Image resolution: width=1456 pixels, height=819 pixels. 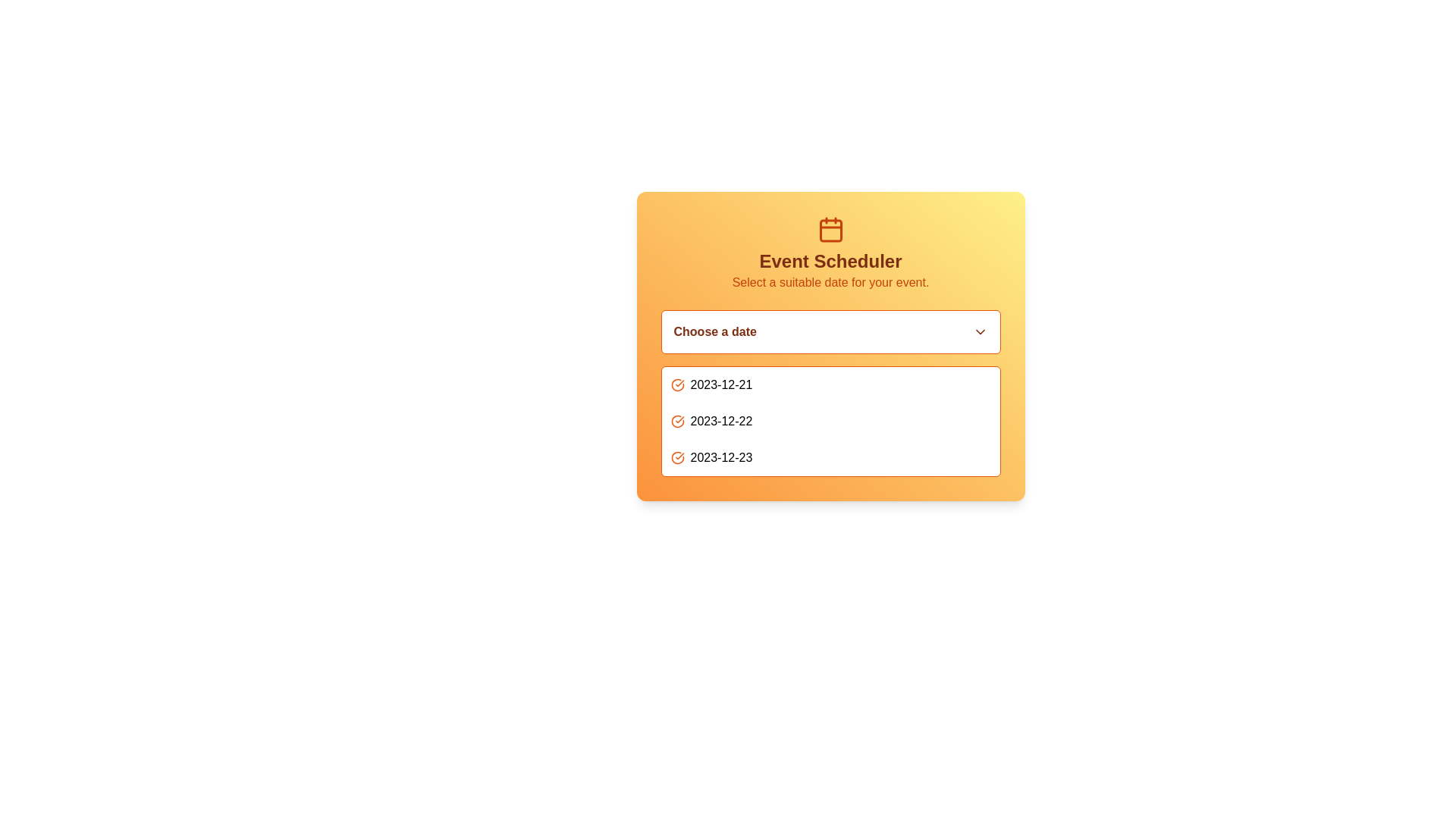 What do you see at coordinates (830, 230) in the screenshot?
I see `the vivid orange calendar icon located at the top center of the panel, above the 'Event Scheduler' heading` at bounding box center [830, 230].